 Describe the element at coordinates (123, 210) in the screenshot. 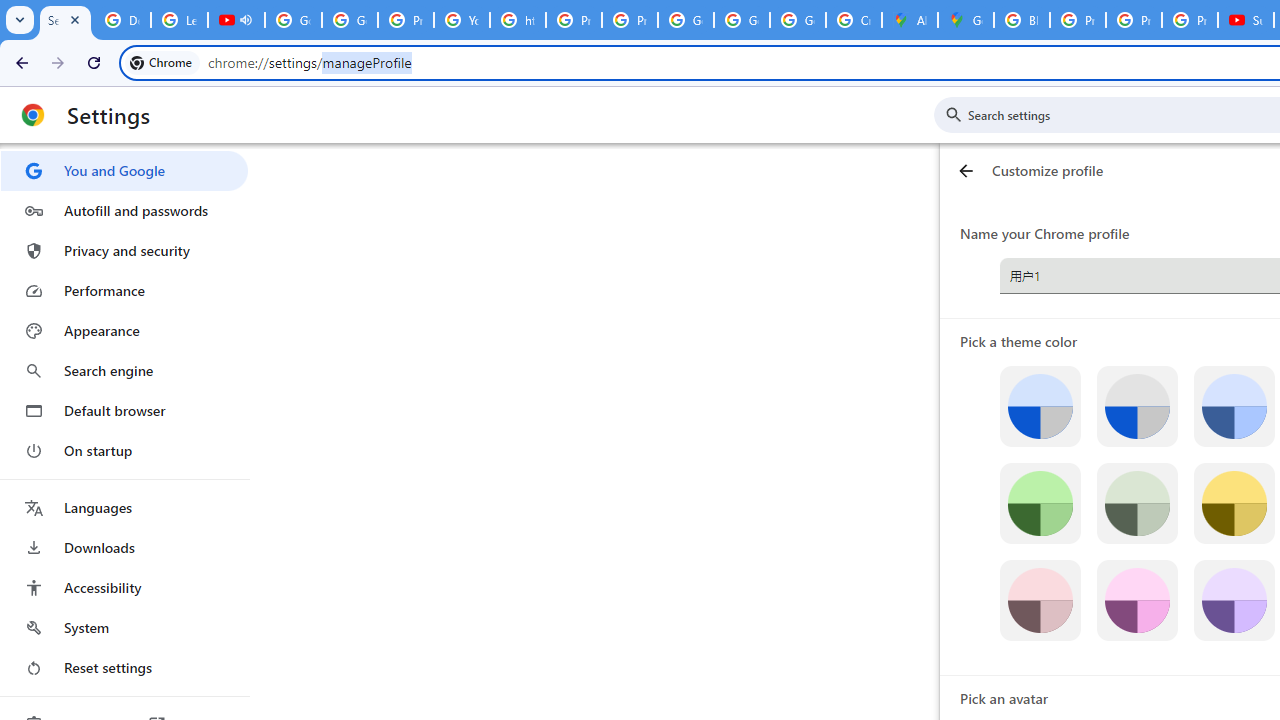

I see `'Autofill and passwords'` at that location.